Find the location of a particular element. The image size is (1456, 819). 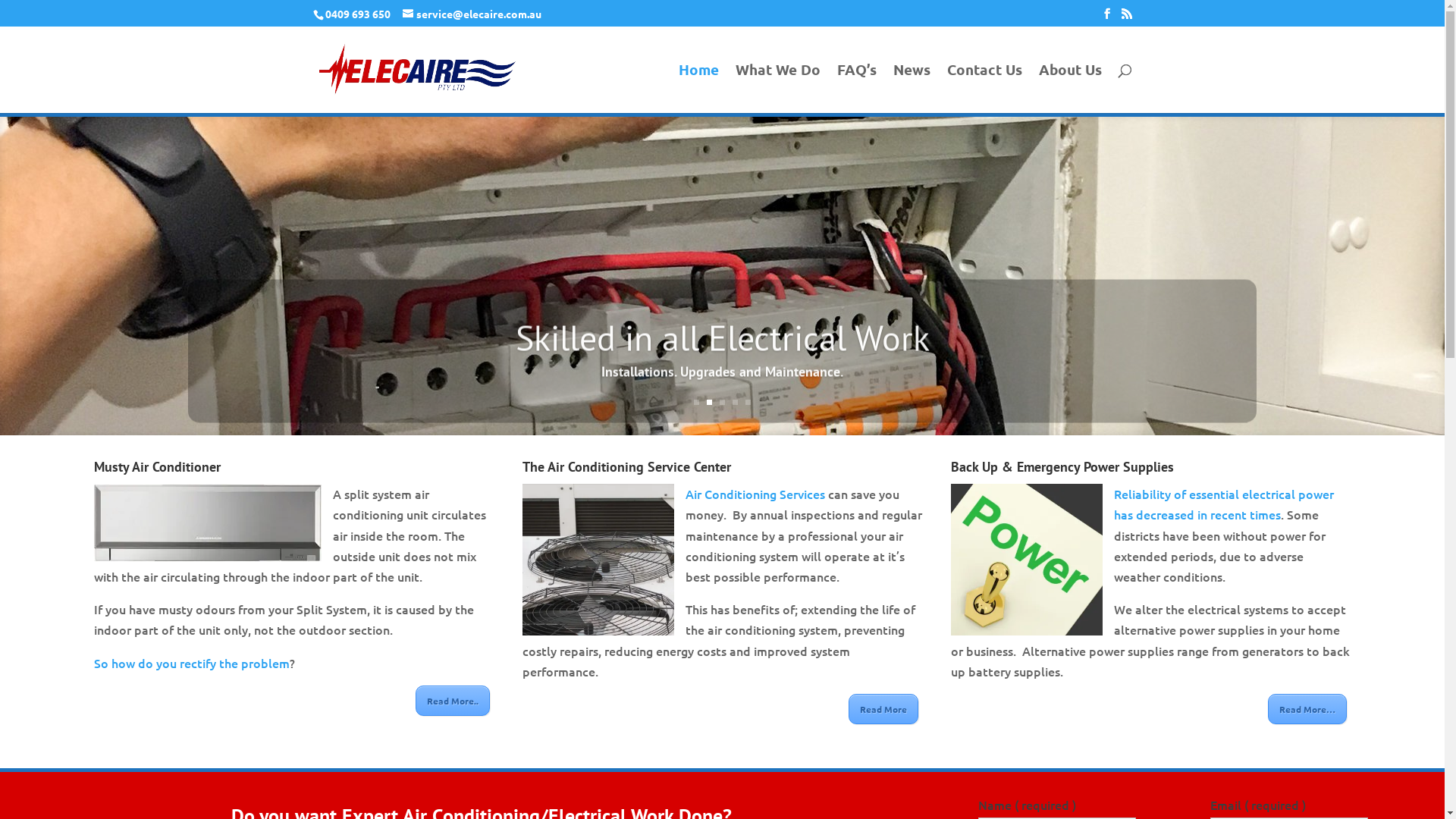

'2' is located at coordinates (705, 401).